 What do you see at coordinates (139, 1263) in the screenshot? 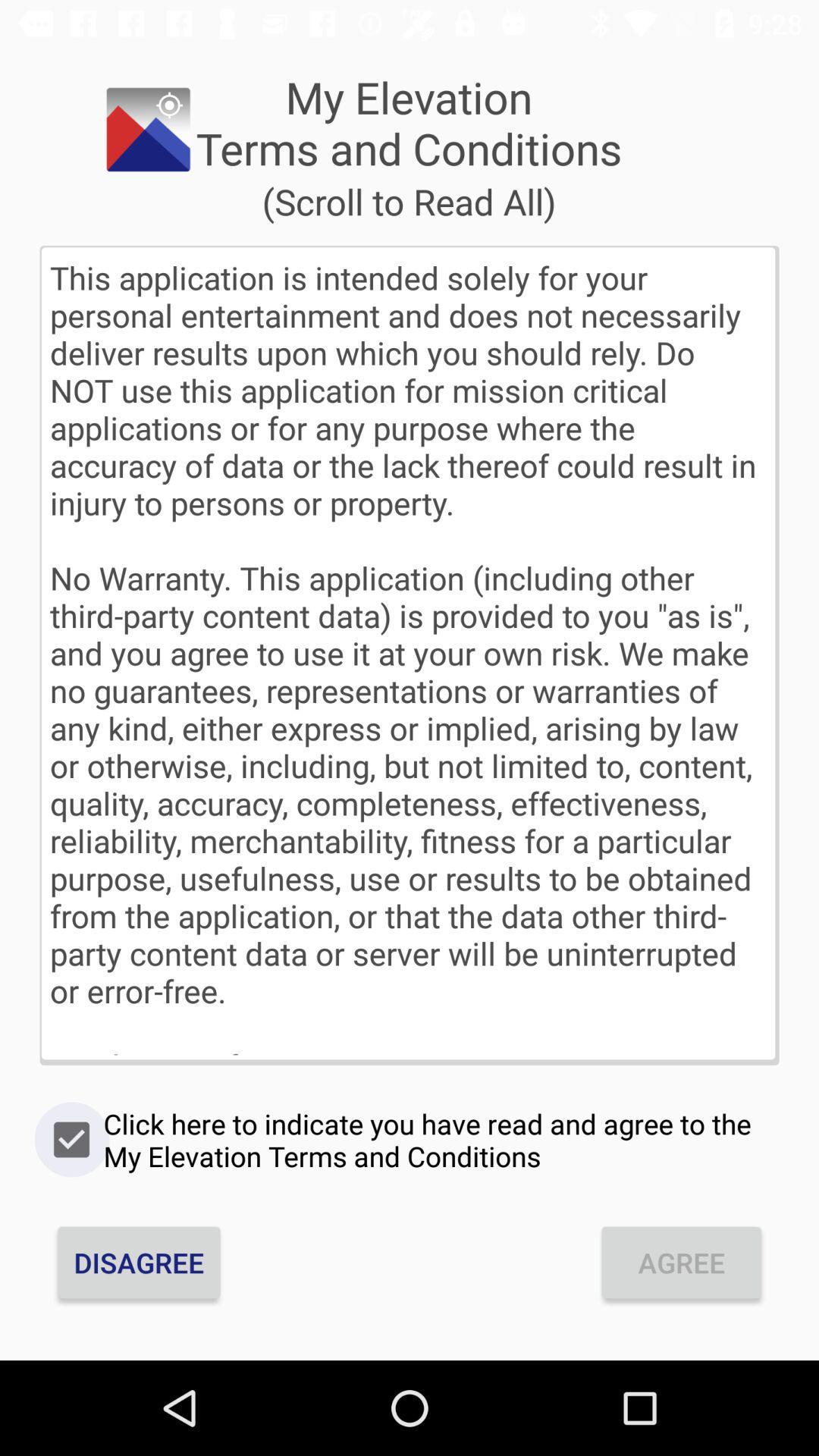
I see `disagree icon` at bounding box center [139, 1263].